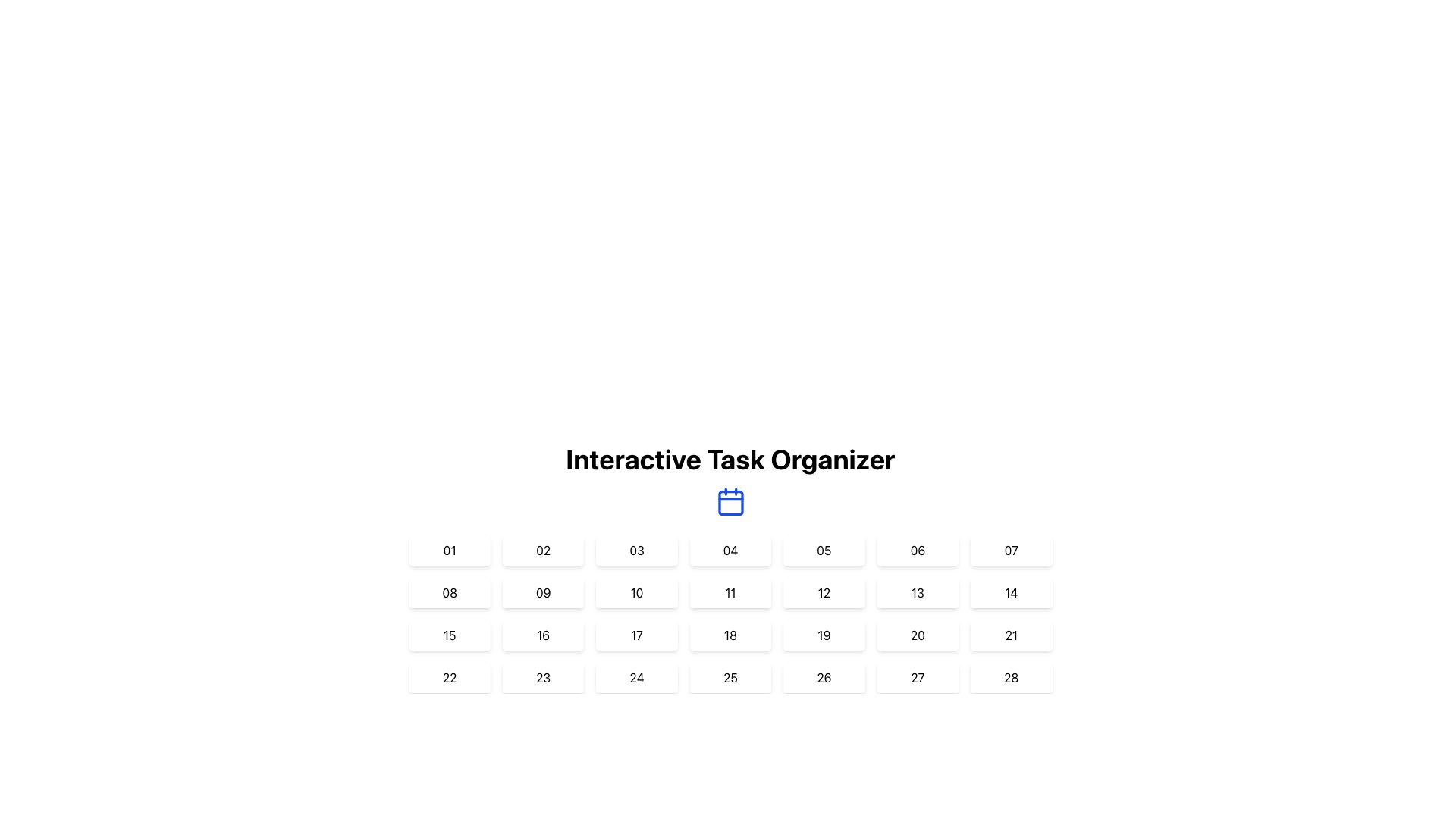  Describe the element at coordinates (543, 592) in the screenshot. I see `the button labeled '09', which is a rectangular button with rounded corners and a light gray background` at that location.